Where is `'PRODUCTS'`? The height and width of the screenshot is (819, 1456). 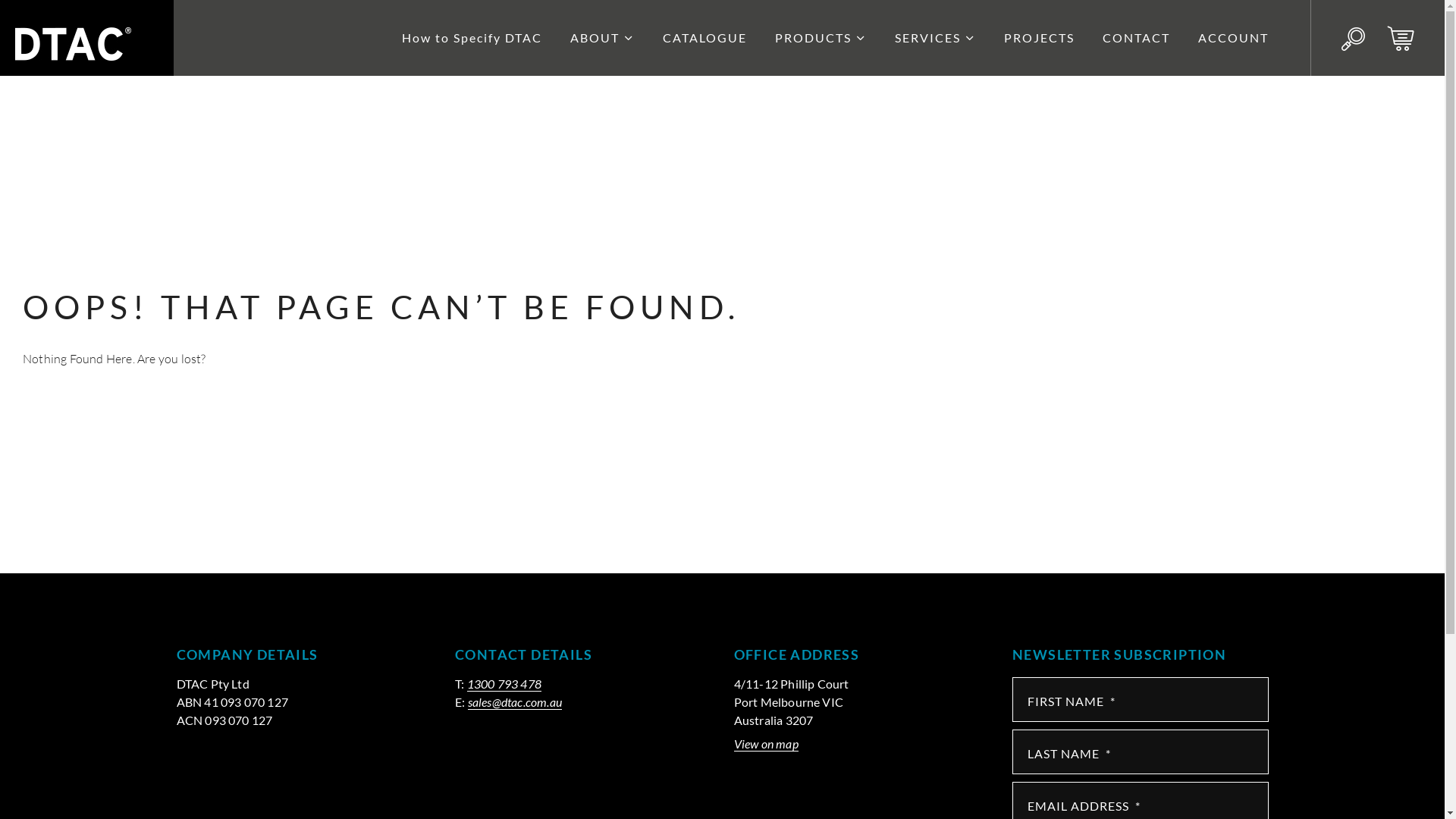 'PRODUCTS' is located at coordinates (812, 36).